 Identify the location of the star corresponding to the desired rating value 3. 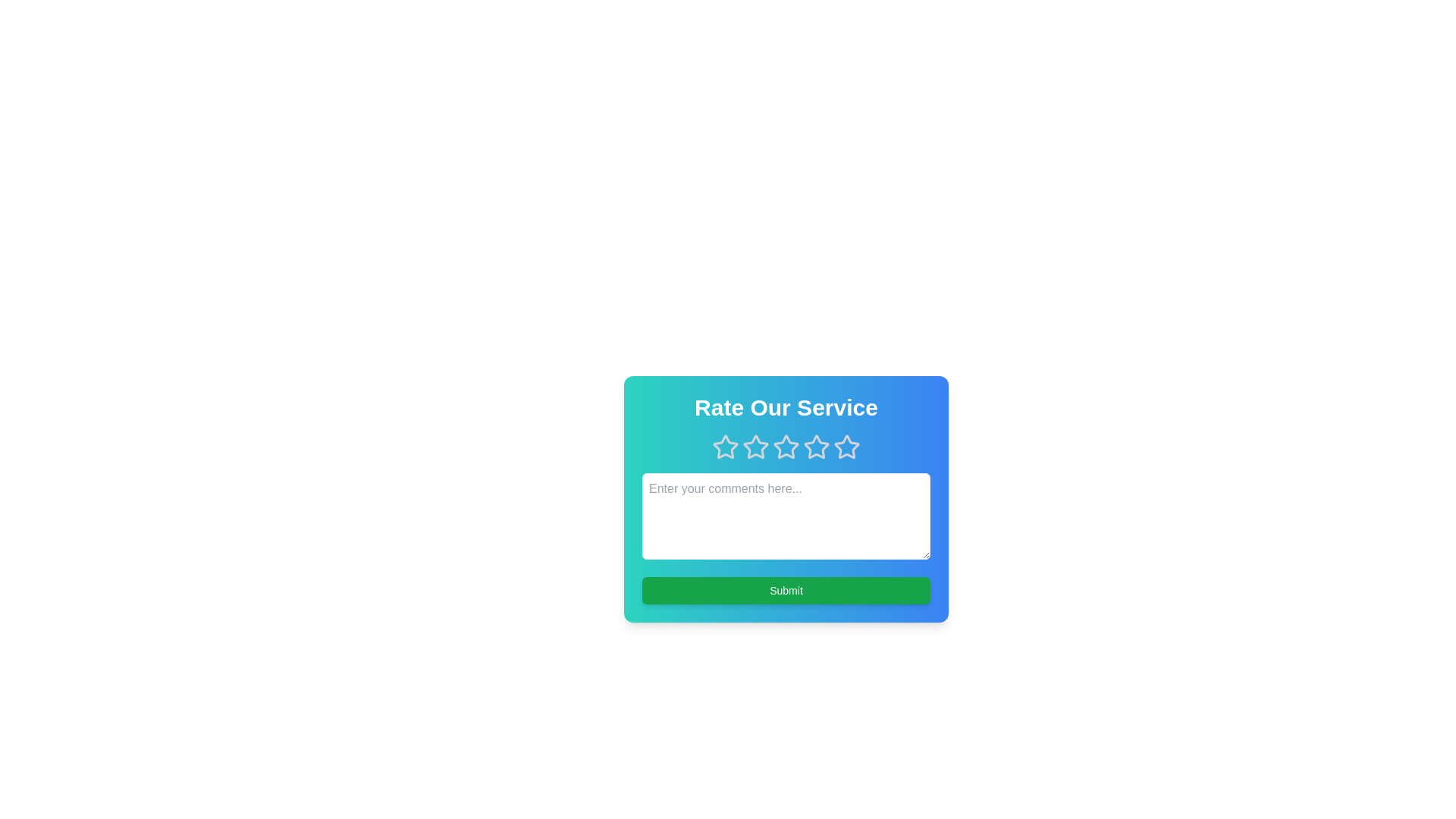
(786, 447).